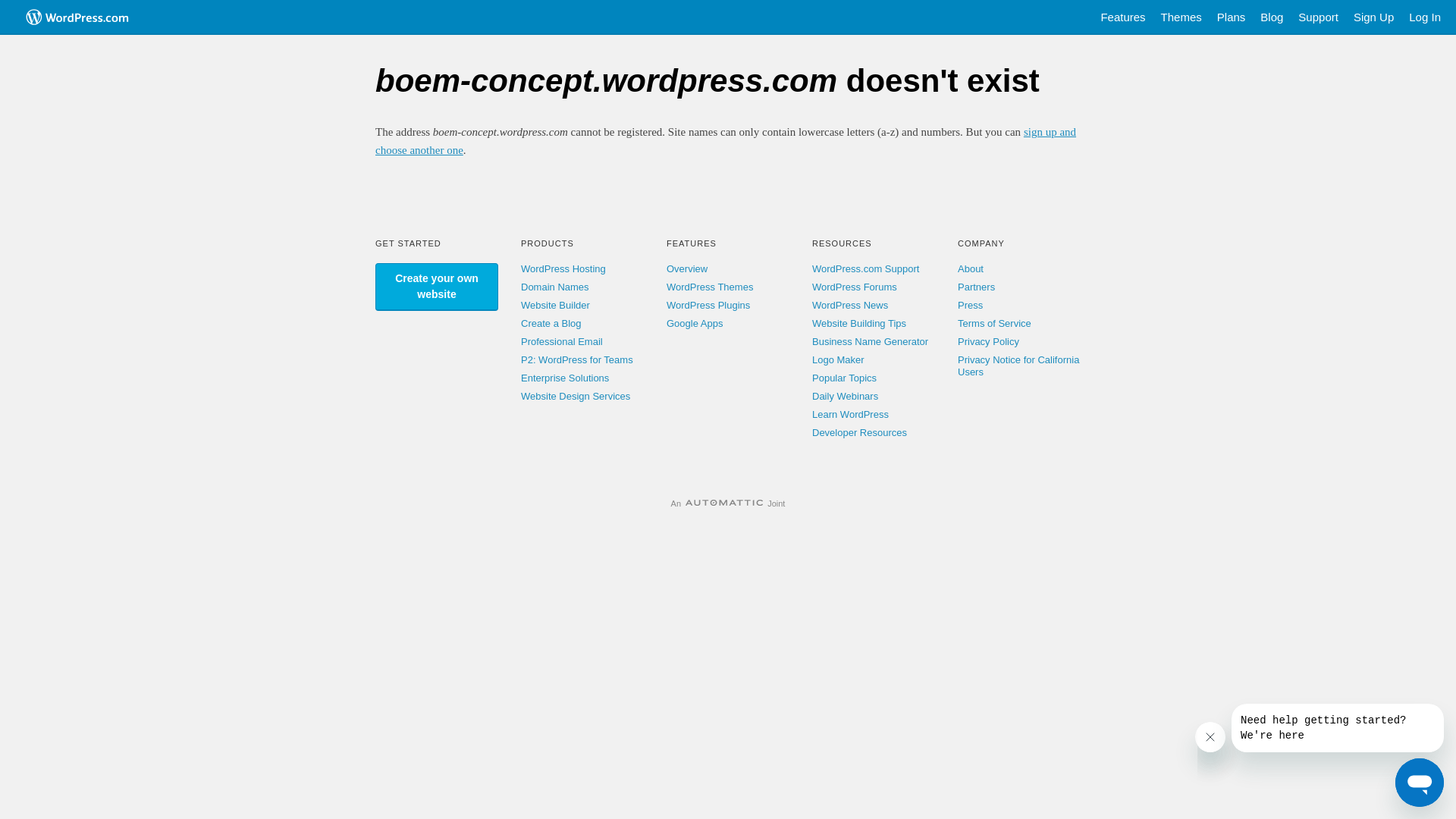 The image size is (1456, 819). I want to click on 'Popular Topics', so click(811, 377).